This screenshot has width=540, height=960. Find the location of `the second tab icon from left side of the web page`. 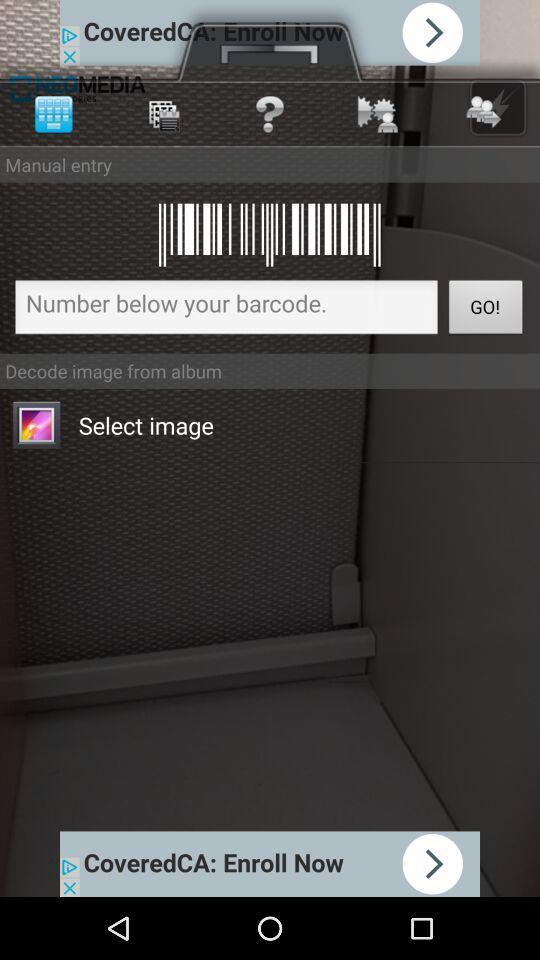

the second tab icon from left side of the web page is located at coordinates (160, 114).